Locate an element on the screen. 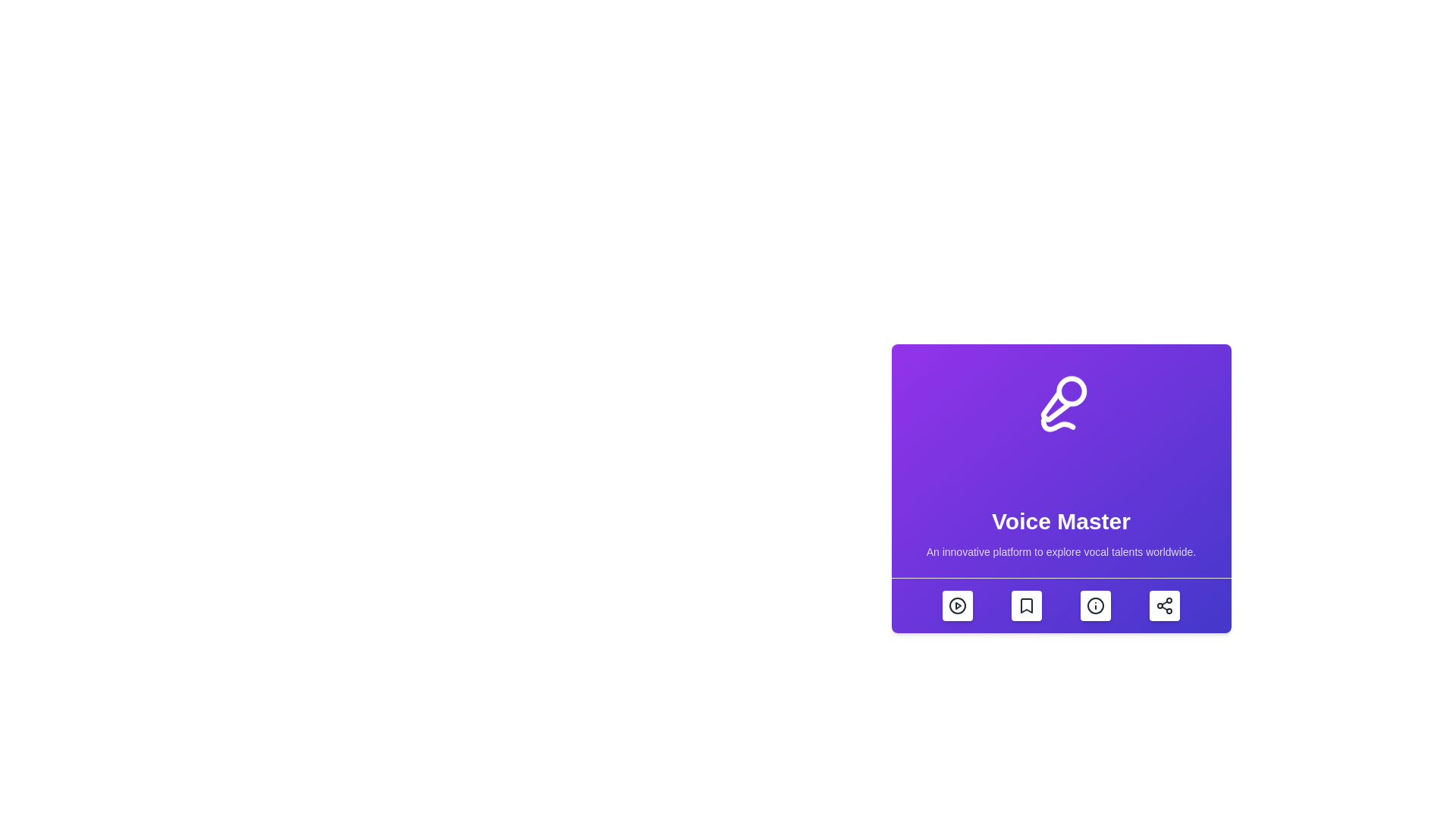 The width and height of the screenshot is (1456, 819). the Text block containing the title 'Voice Master' and its subtitle for accessibility purposes is located at coordinates (1060, 533).